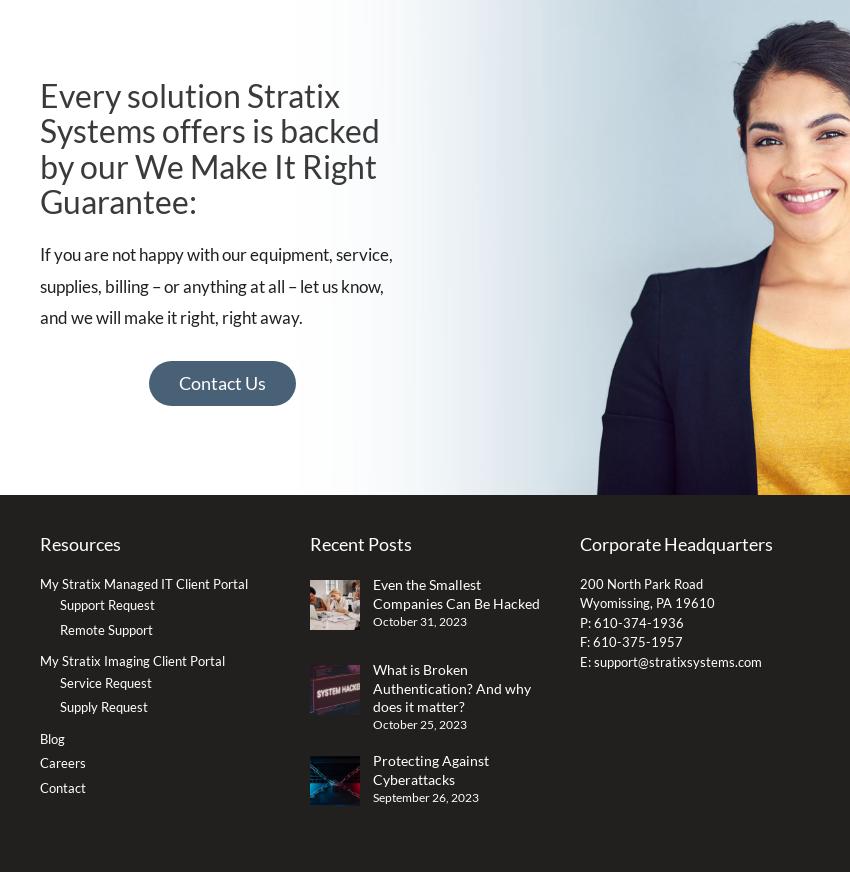 The height and width of the screenshot is (872, 850). Describe the element at coordinates (209, 147) in the screenshot. I see `'Every solution Stratix Systems offers is backed by our We Make It Right Guarantee:'` at that location.